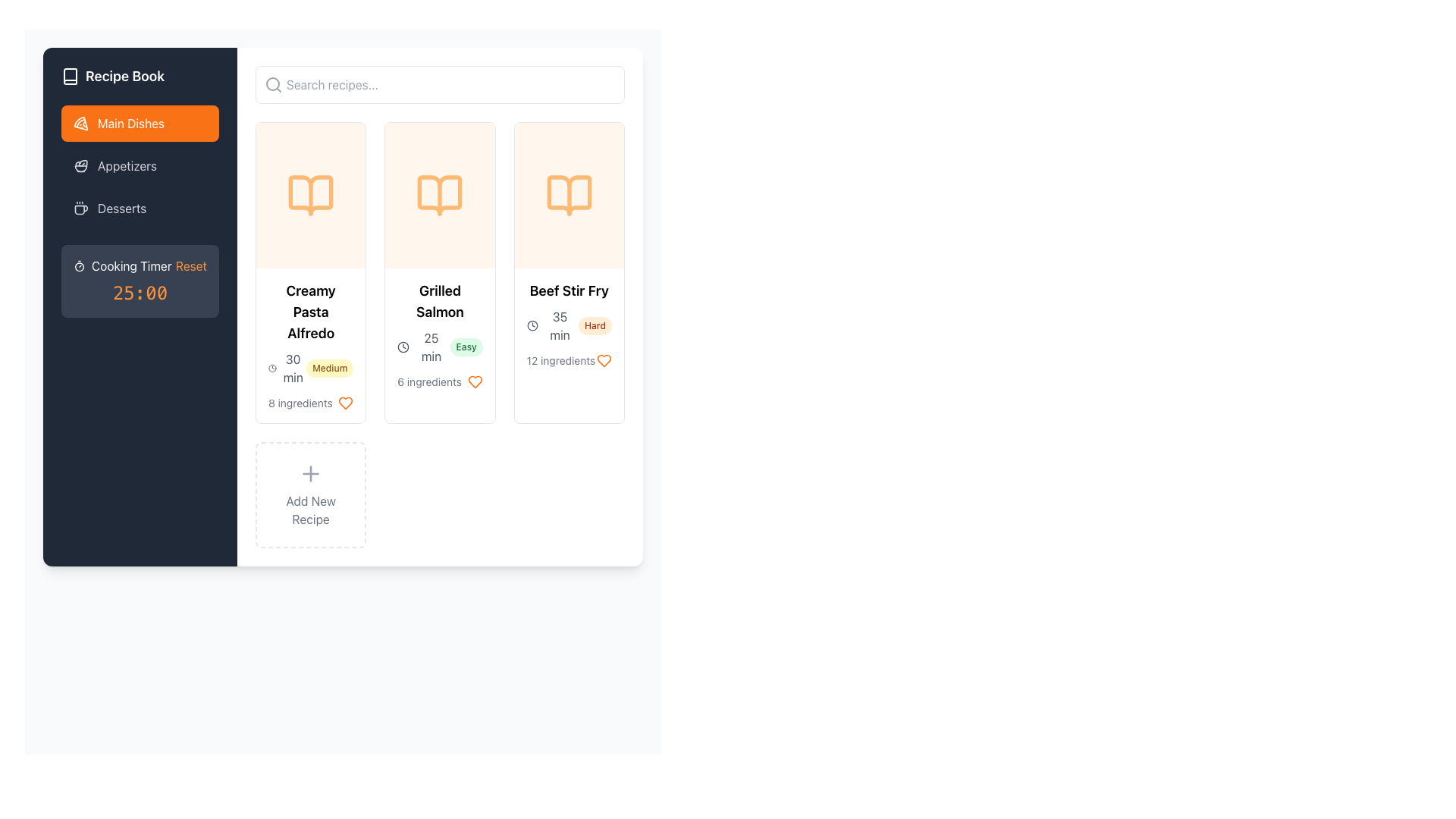 Image resolution: width=1456 pixels, height=819 pixels. What do you see at coordinates (439, 271) in the screenshot?
I see `the recipe summary card located in the middle column of the 'Main Dishes' section` at bounding box center [439, 271].